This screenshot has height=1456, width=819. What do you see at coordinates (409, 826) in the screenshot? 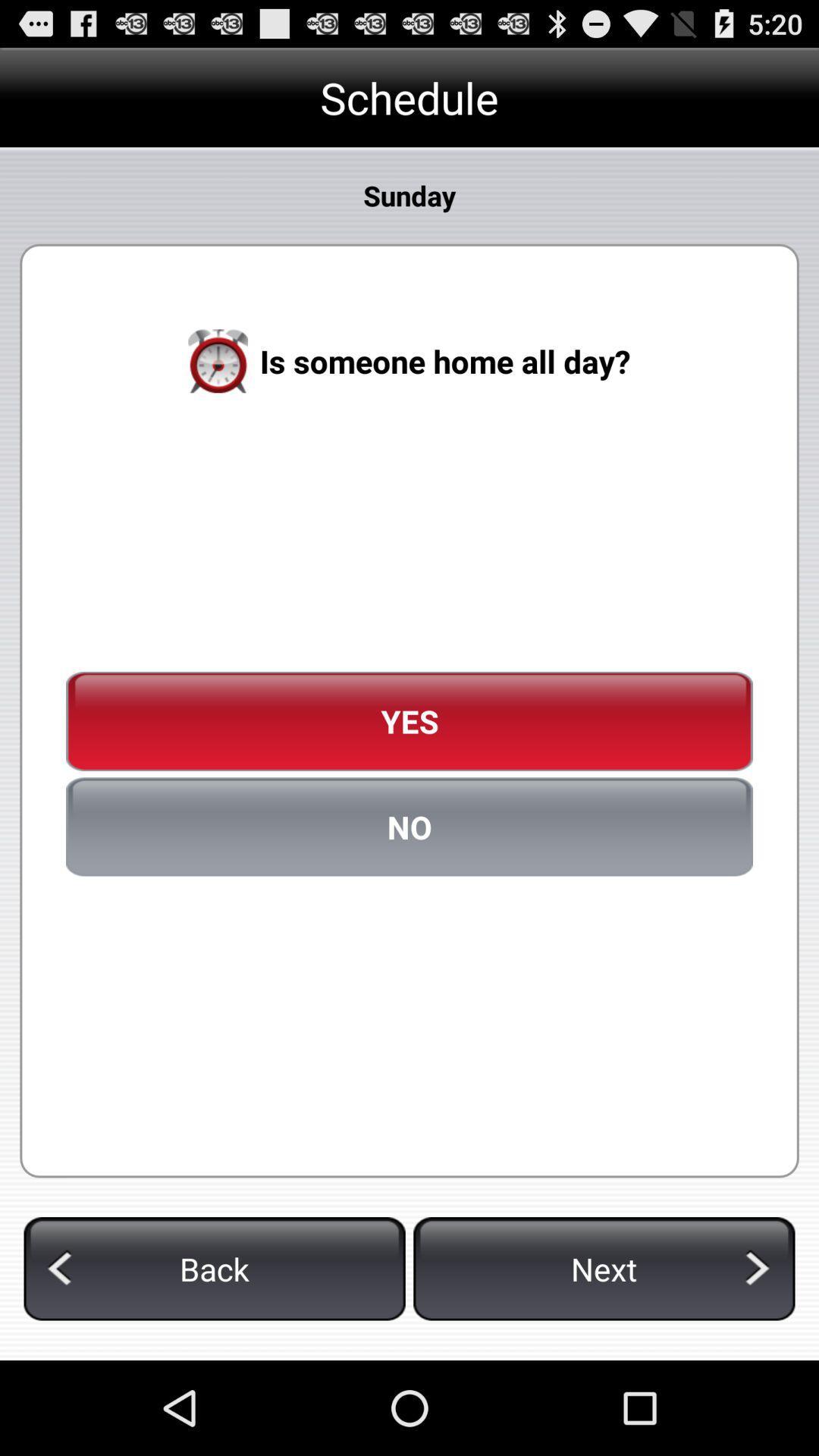
I see `the item above back button` at bounding box center [409, 826].